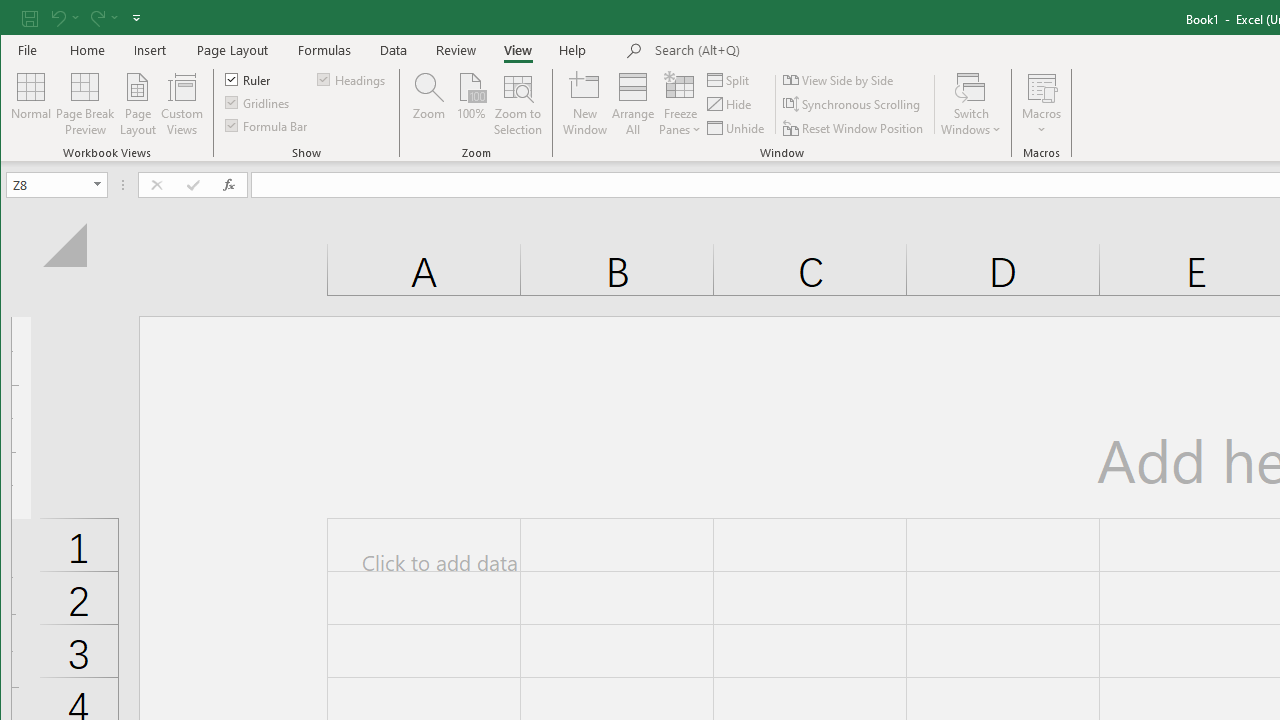 The height and width of the screenshot is (720, 1280). What do you see at coordinates (572, 49) in the screenshot?
I see `'Help'` at bounding box center [572, 49].